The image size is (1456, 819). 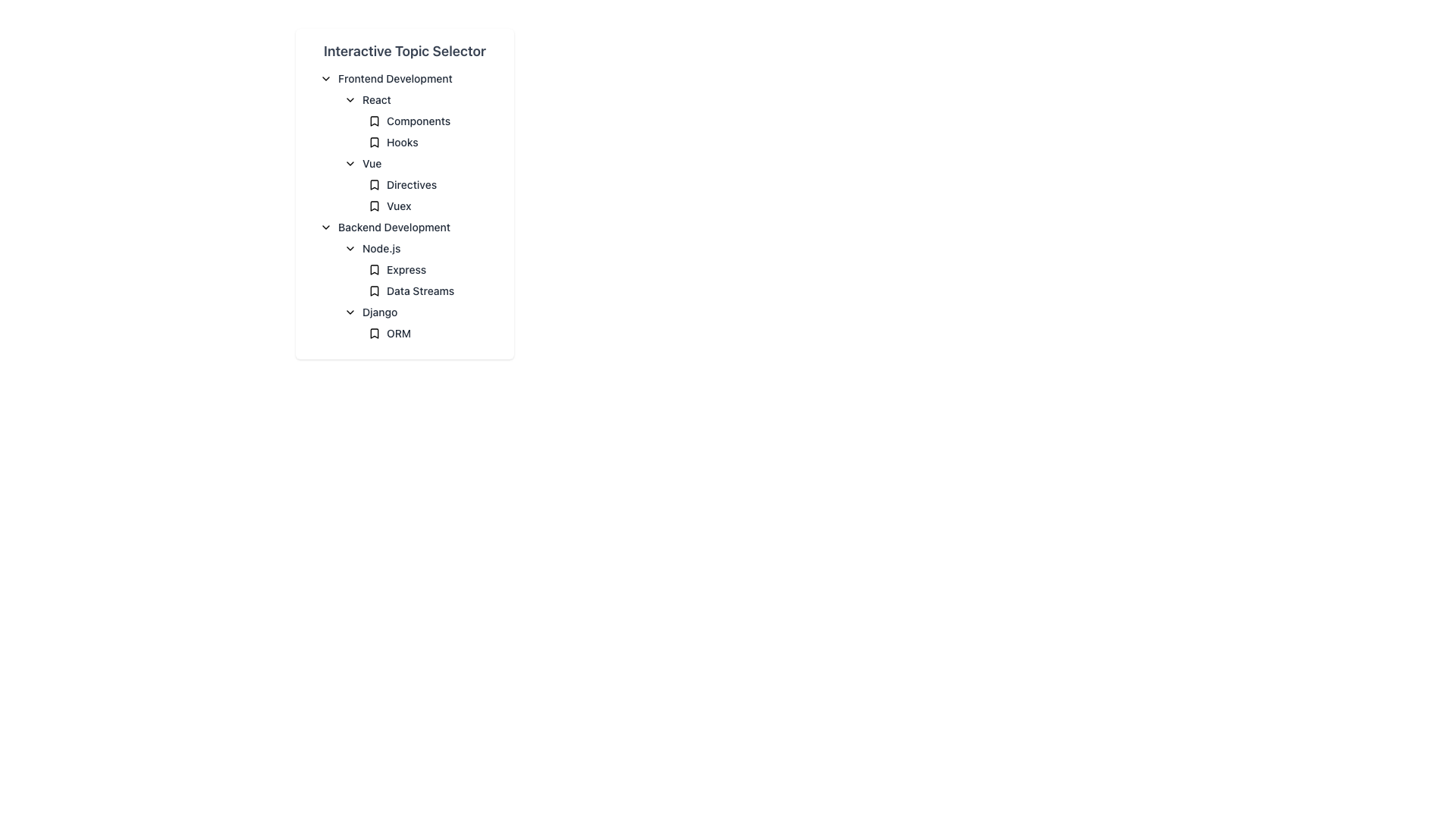 I want to click on the decorative icon indicating 'Data Streams' located within the 'Node.js' category under 'Backend Development', so click(x=375, y=291).